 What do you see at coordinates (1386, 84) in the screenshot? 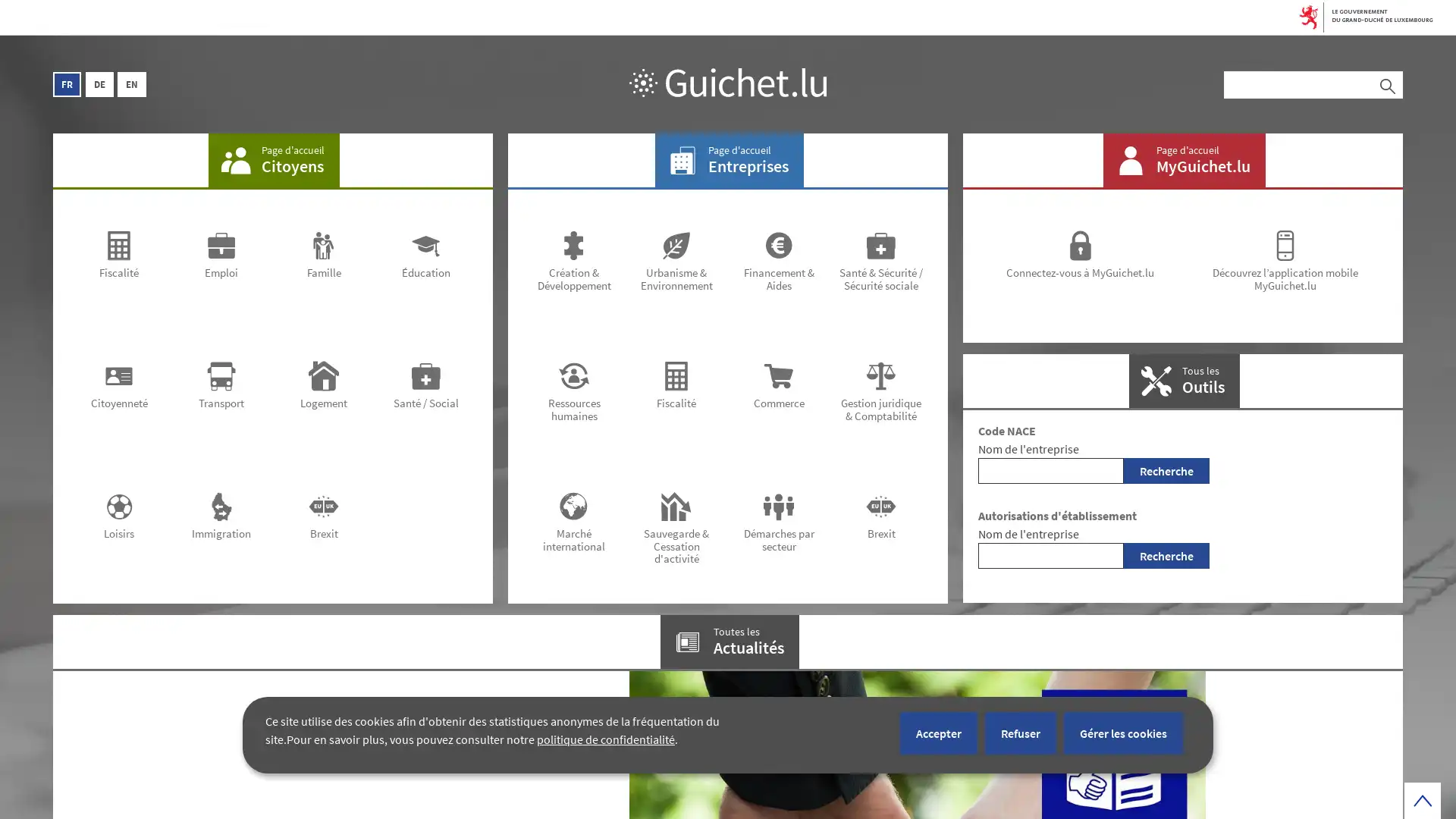
I see `Rechercher` at bounding box center [1386, 84].